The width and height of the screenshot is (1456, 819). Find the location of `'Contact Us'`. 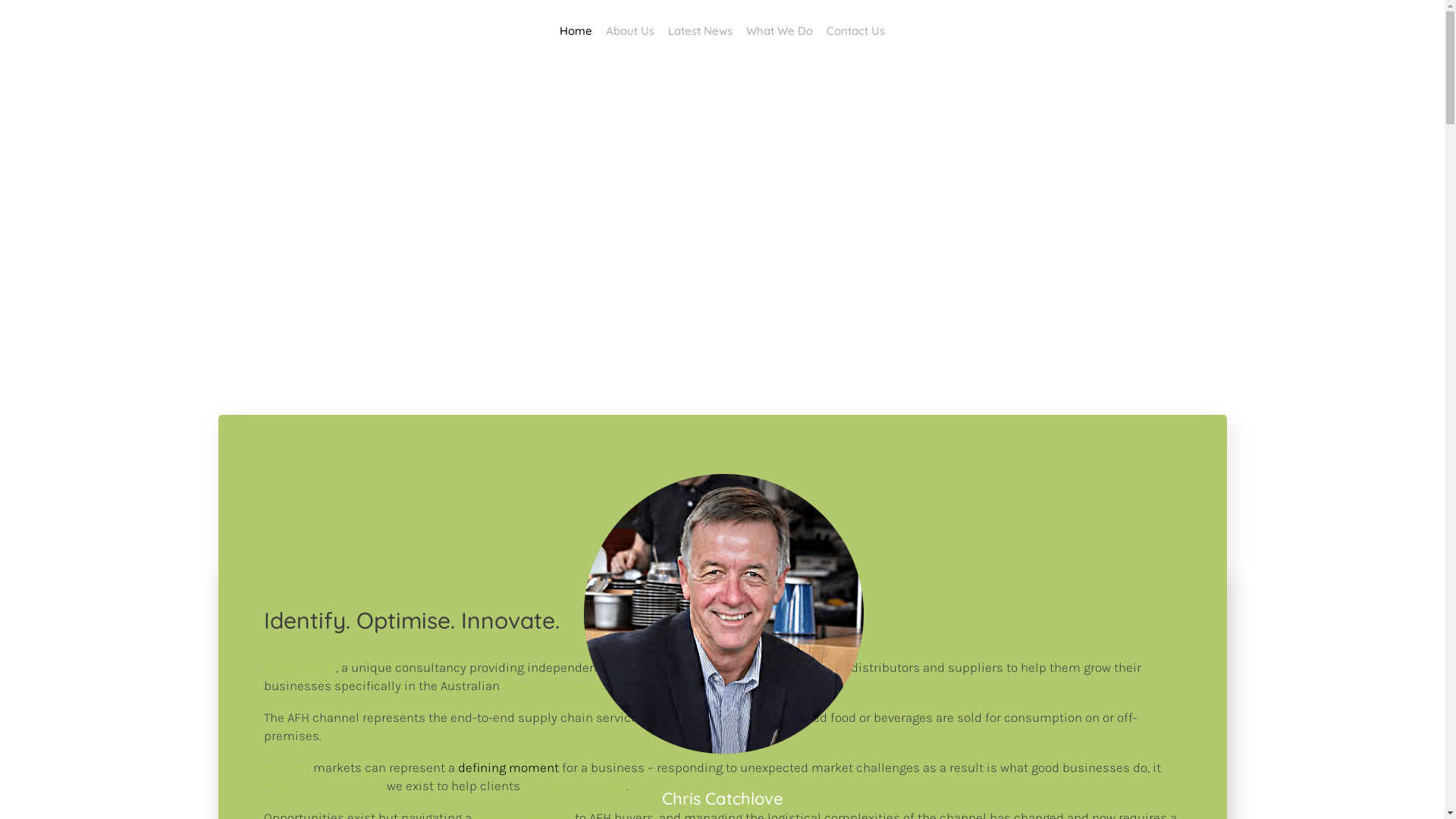

'Contact Us' is located at coordinates (818, 30).